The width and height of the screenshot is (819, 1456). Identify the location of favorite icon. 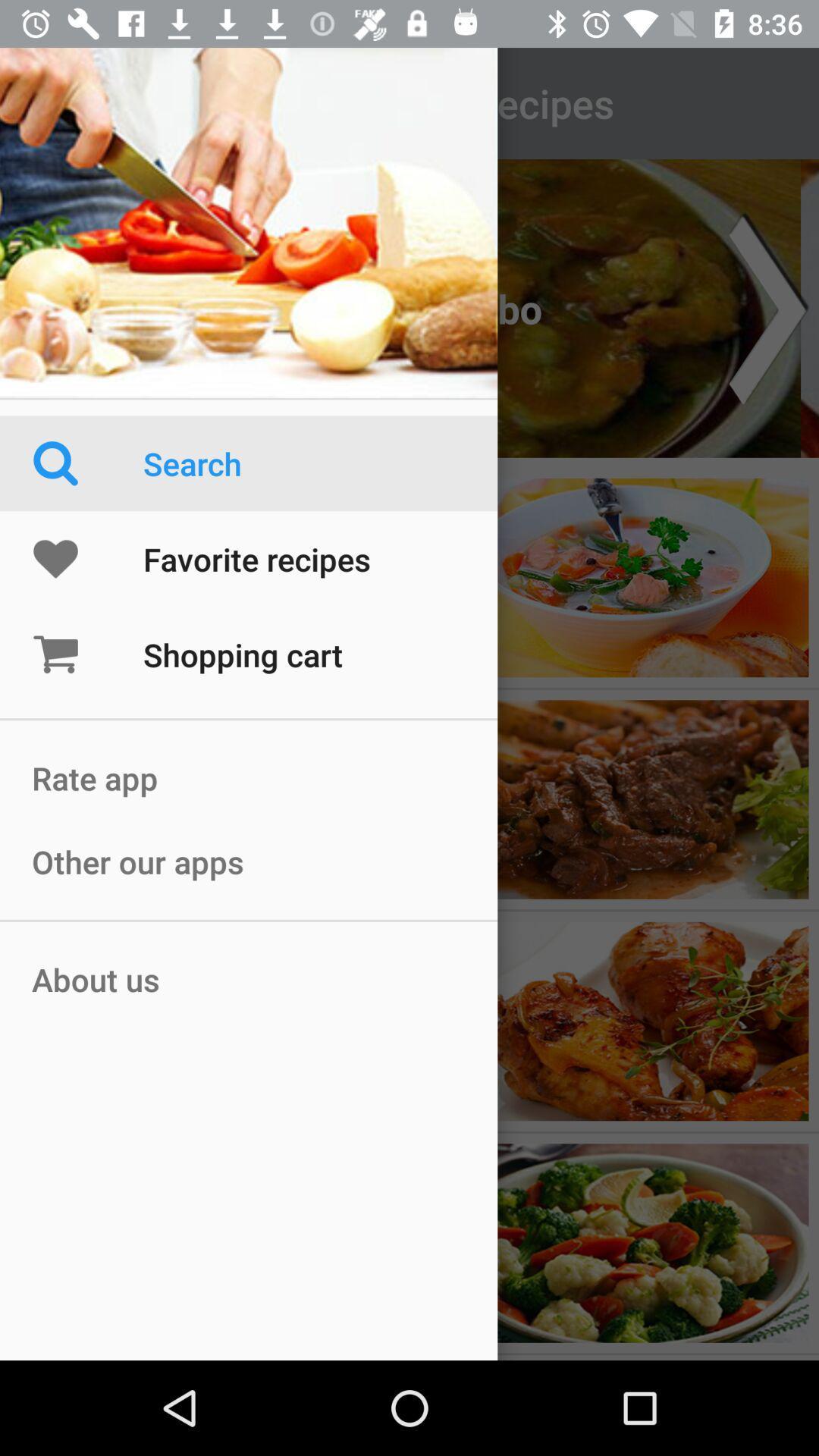
(87, 558).